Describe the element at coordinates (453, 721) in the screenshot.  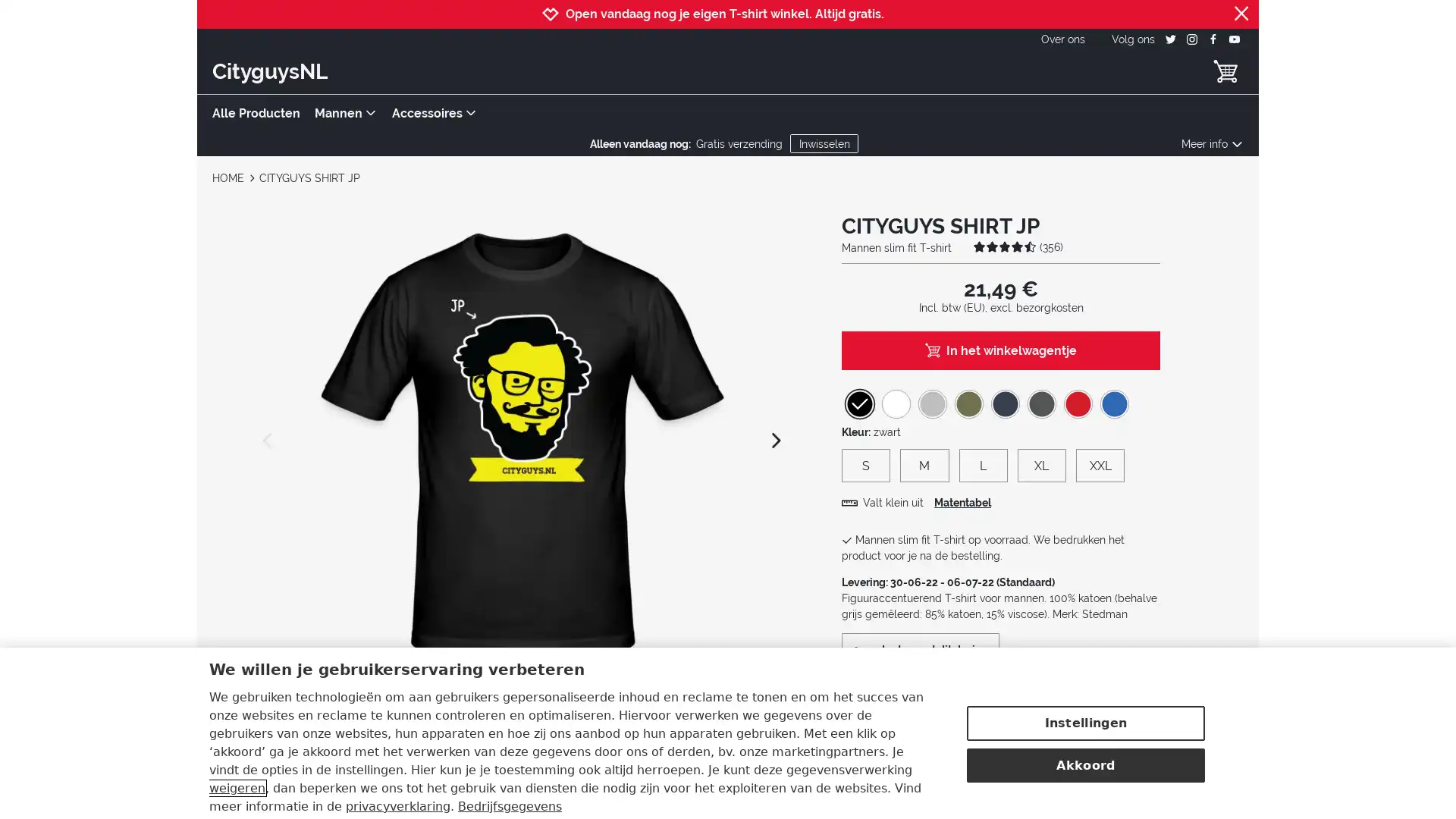
I see `CITYGUYS SHIRT JP view 2` at that location.